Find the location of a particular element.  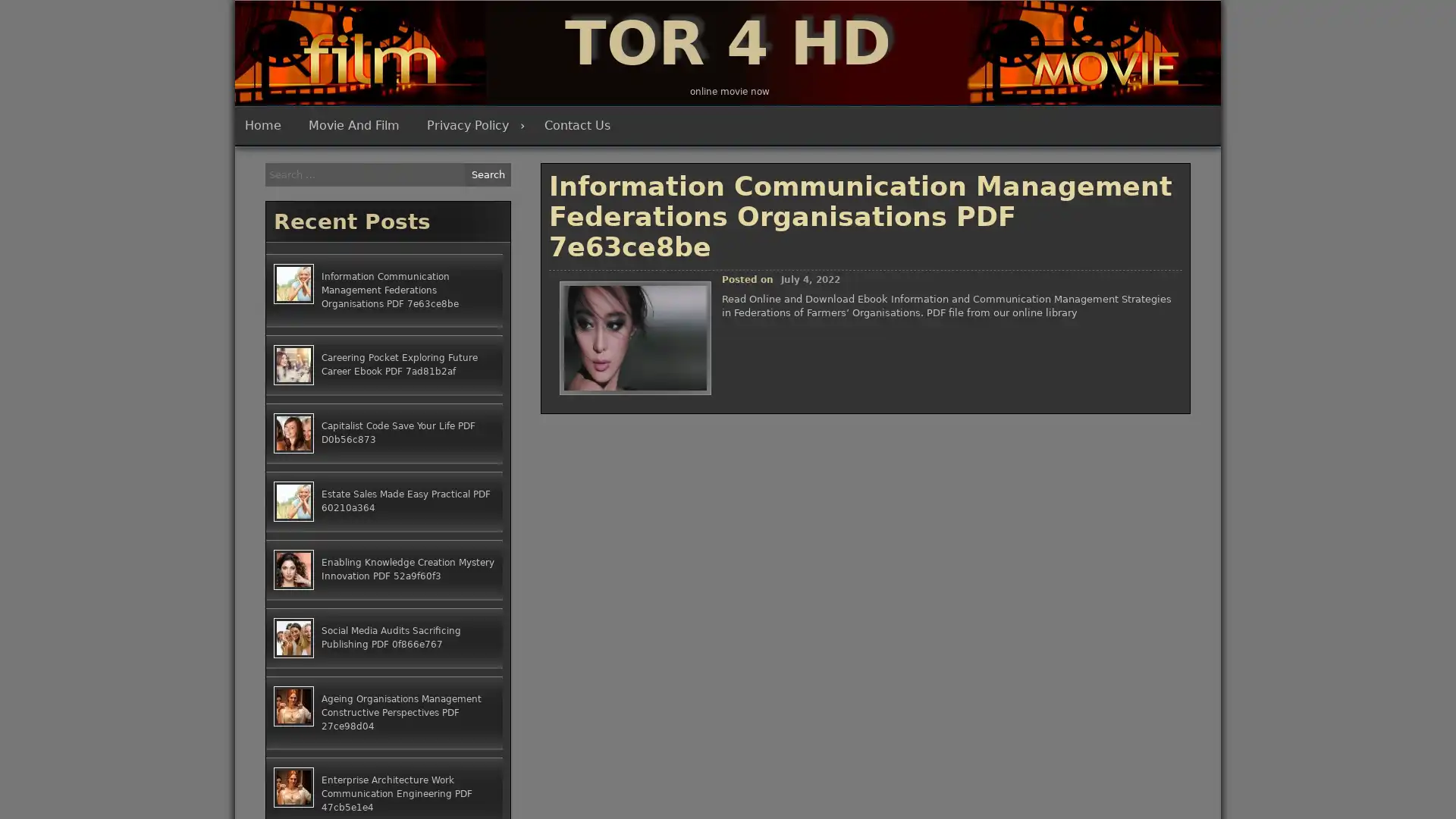

Search is located at coordinates (488, 174).